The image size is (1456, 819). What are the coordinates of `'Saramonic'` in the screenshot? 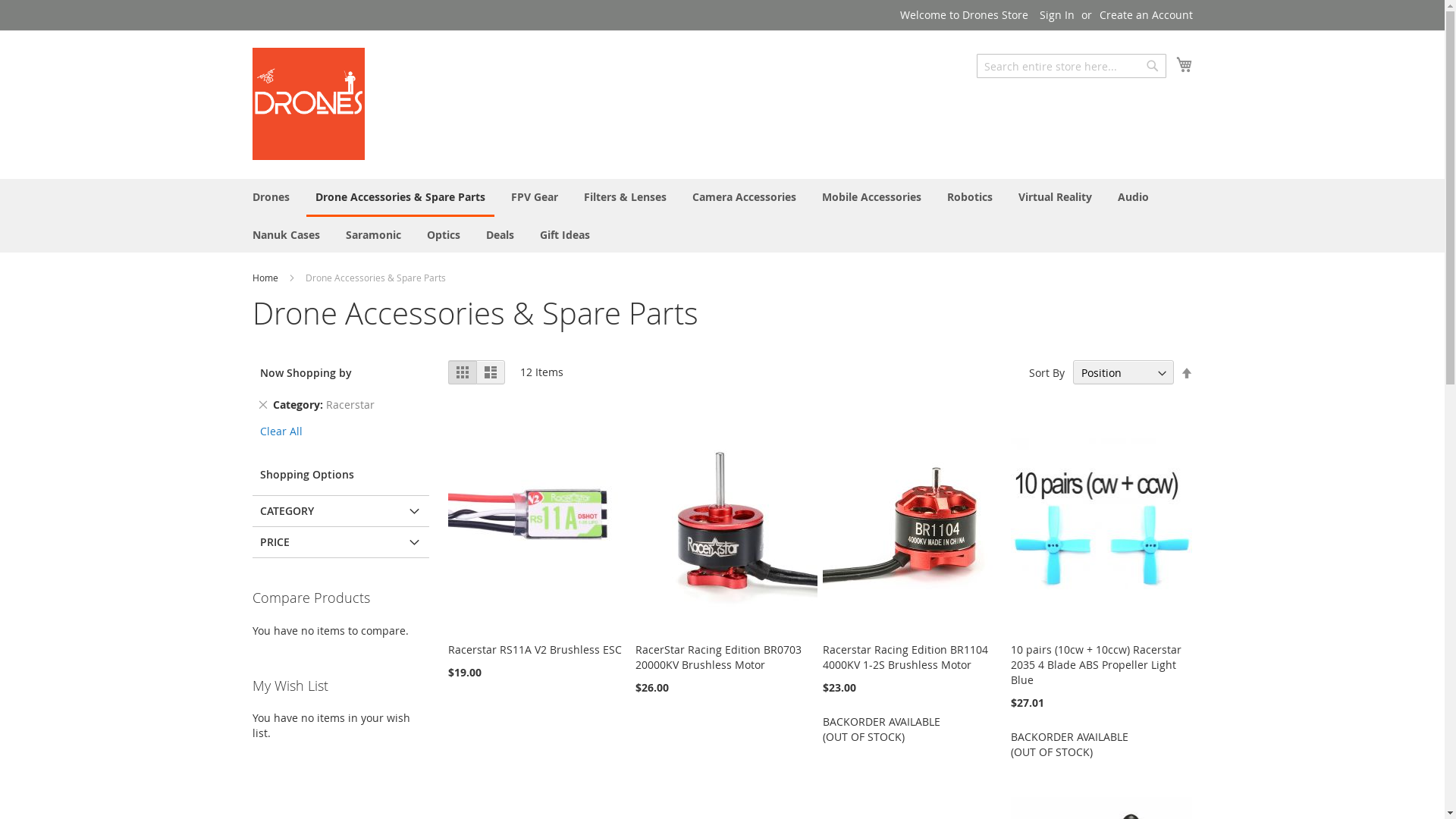 It's located at (373, 234).